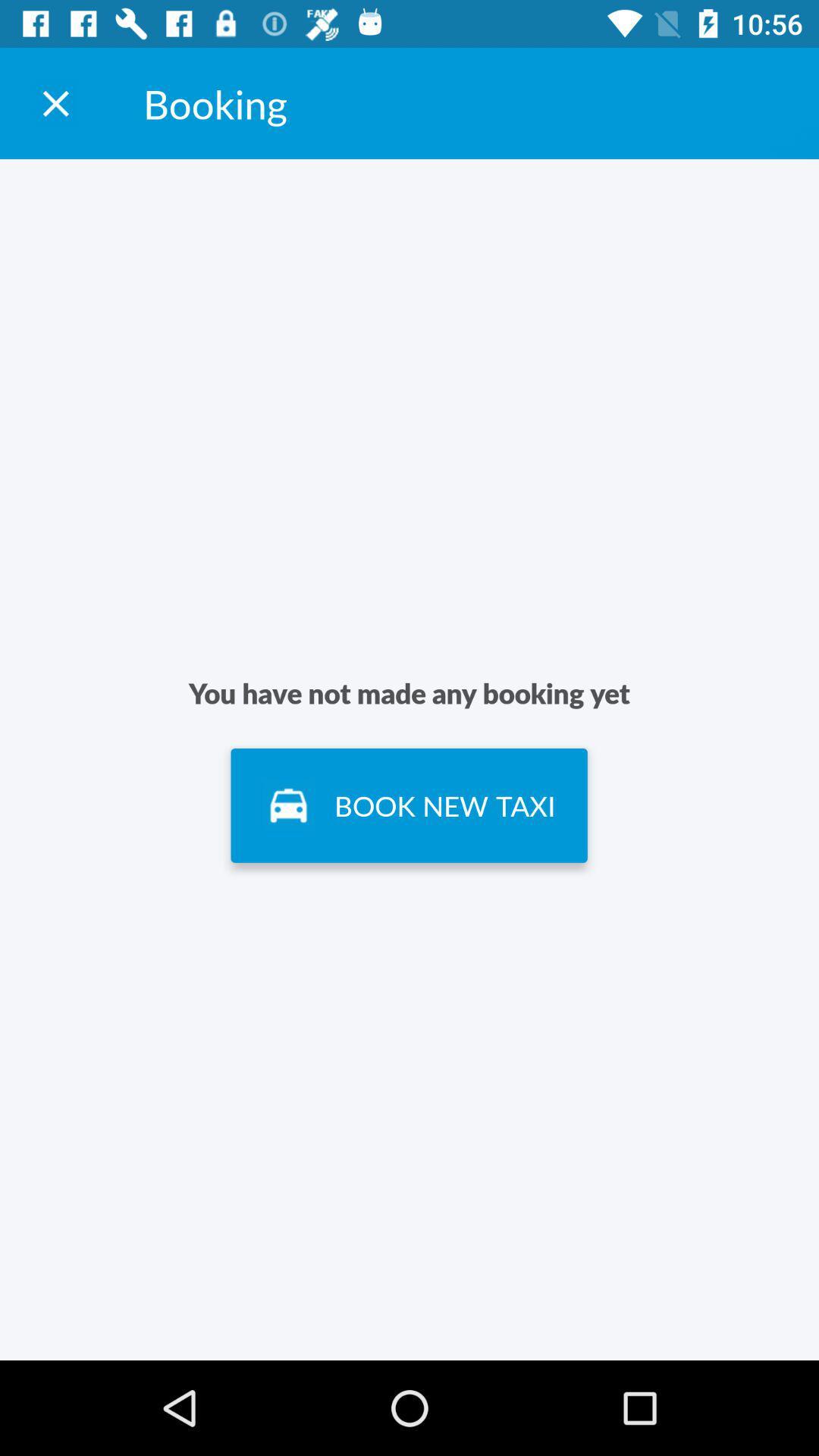 This screenshot has height=1456, width=819. Describe the element at coordinates (55, 102) in the screenshot. I see `exit` at that location.